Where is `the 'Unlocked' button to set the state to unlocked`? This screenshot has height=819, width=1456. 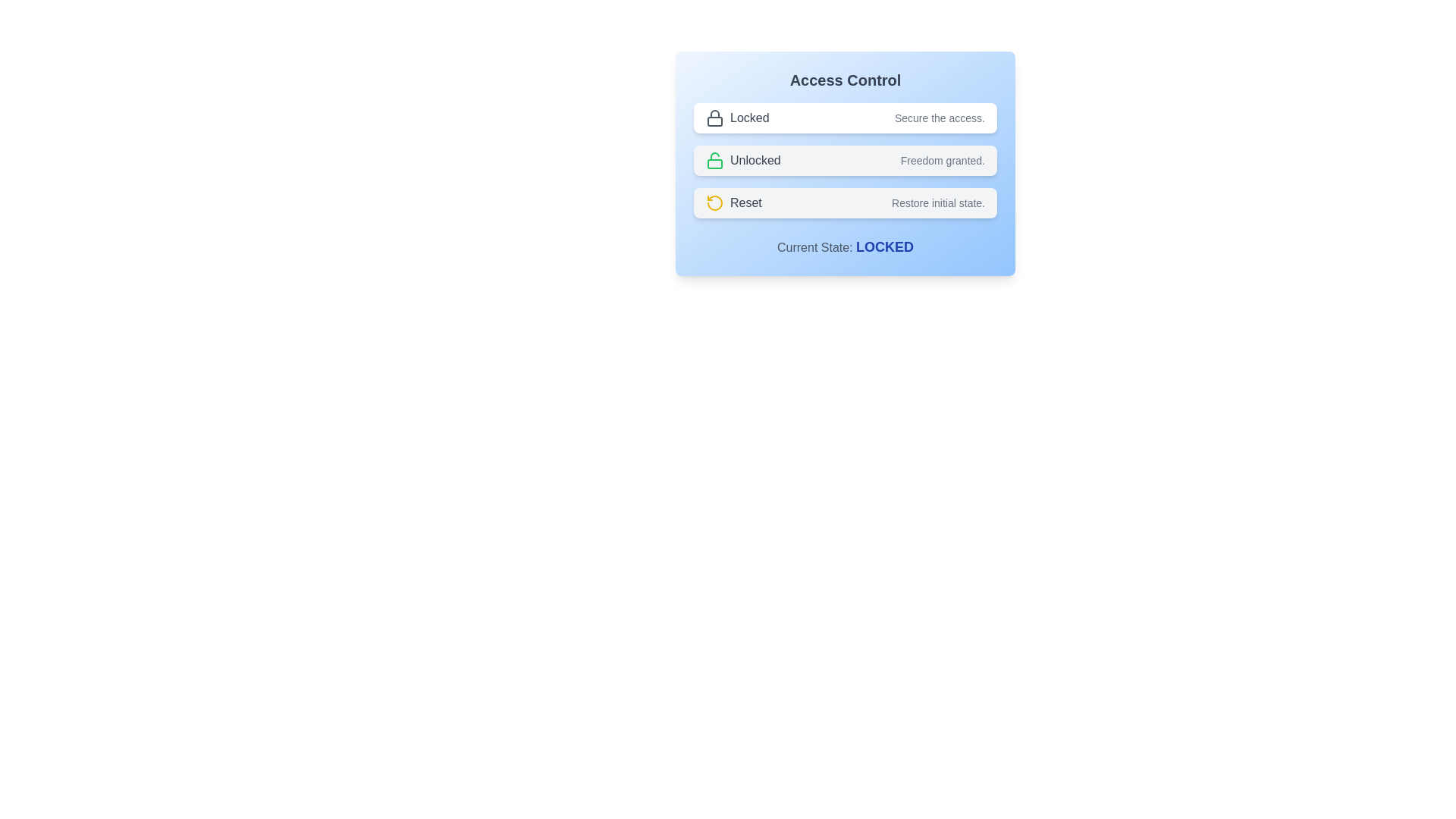
the 'Unlocked' button to set the state to unlocked is located at coordinates (844, 161).